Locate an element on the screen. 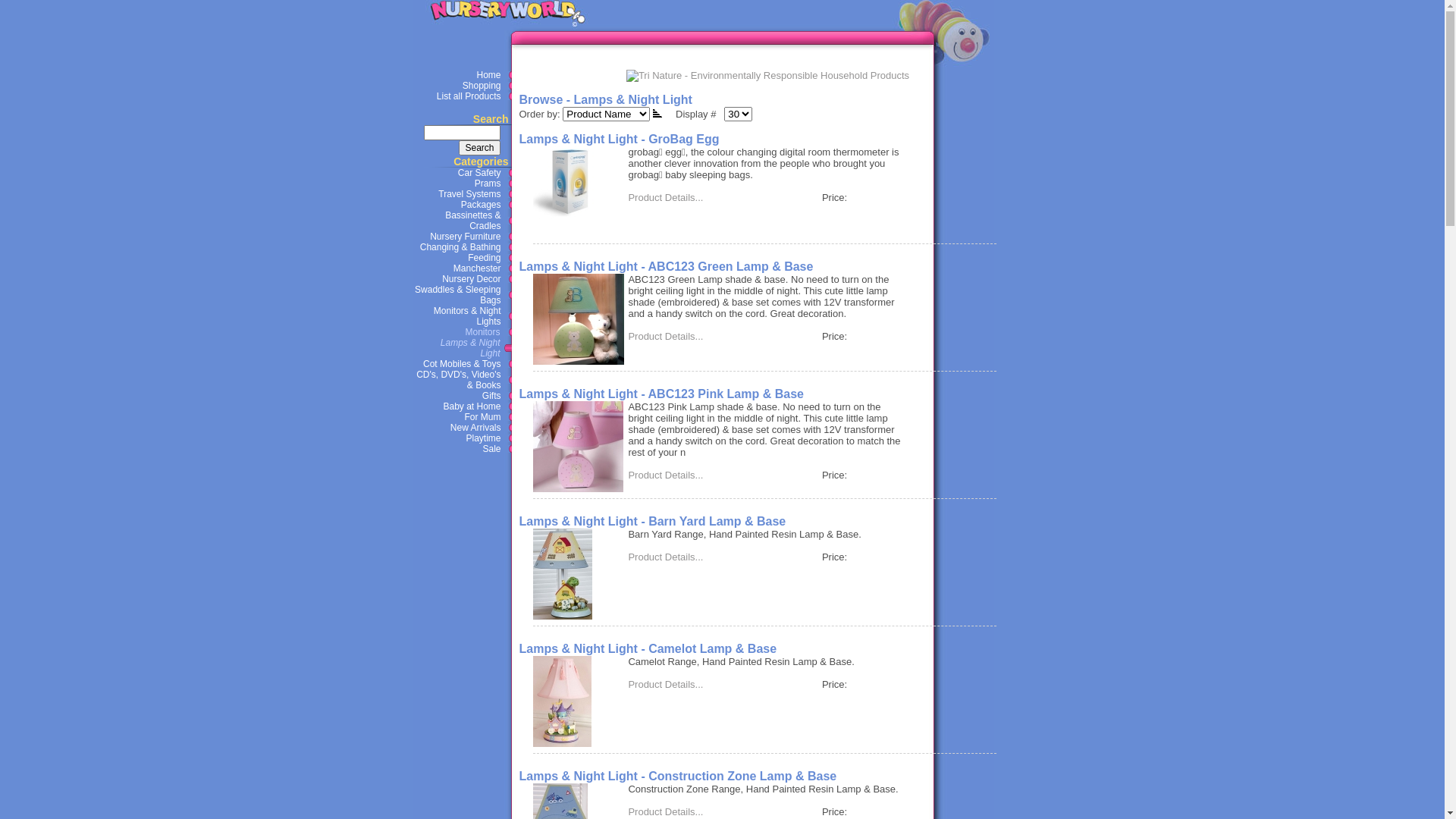  'For Mum' is located at coordinates (461, 417).